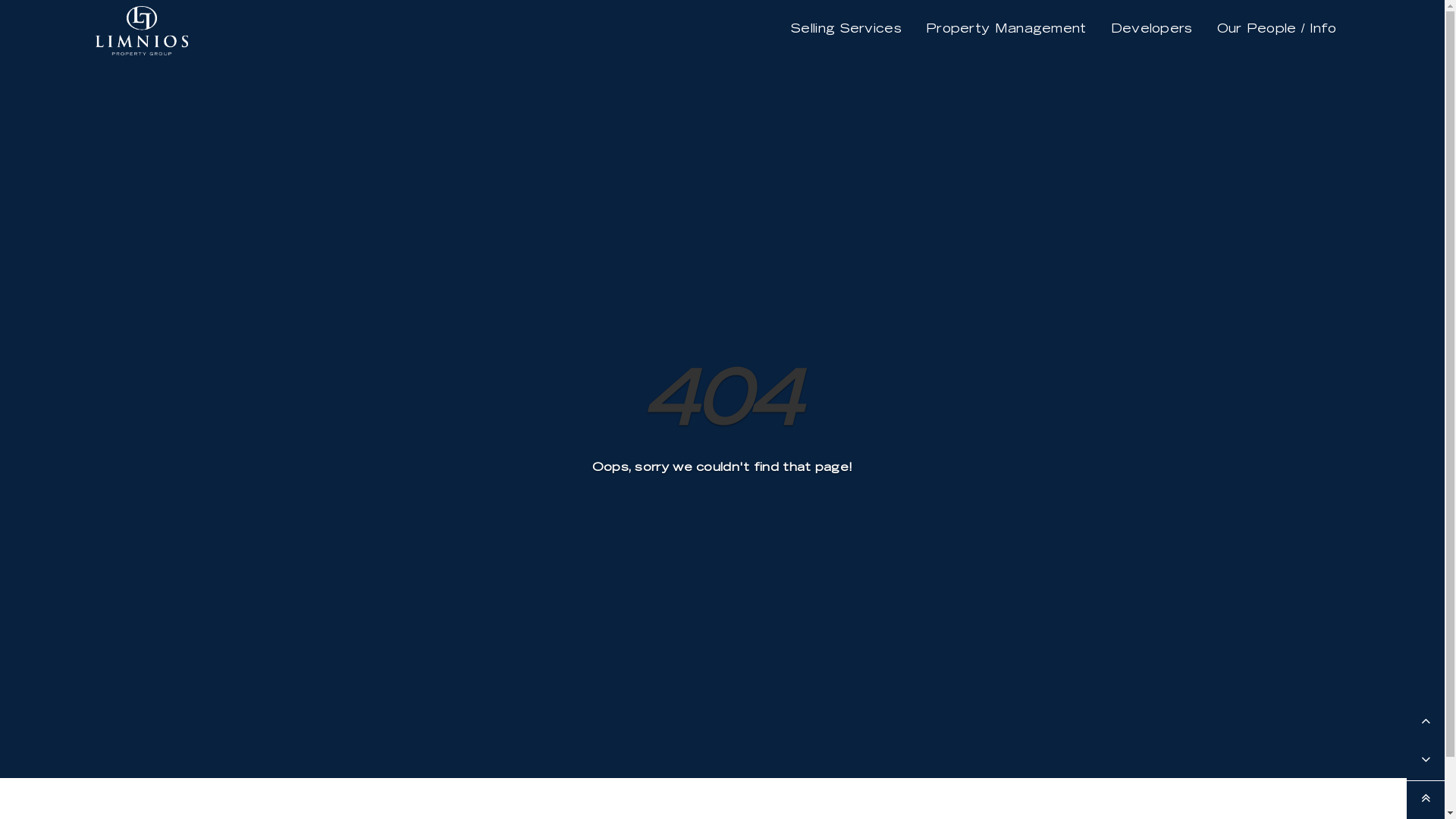 The height and width of the screenshot is (819, 1456). What do you see at coordinates (1006, 29) in the screenshot?
I see `'Property Management'` at bounding box center [1006, 29].